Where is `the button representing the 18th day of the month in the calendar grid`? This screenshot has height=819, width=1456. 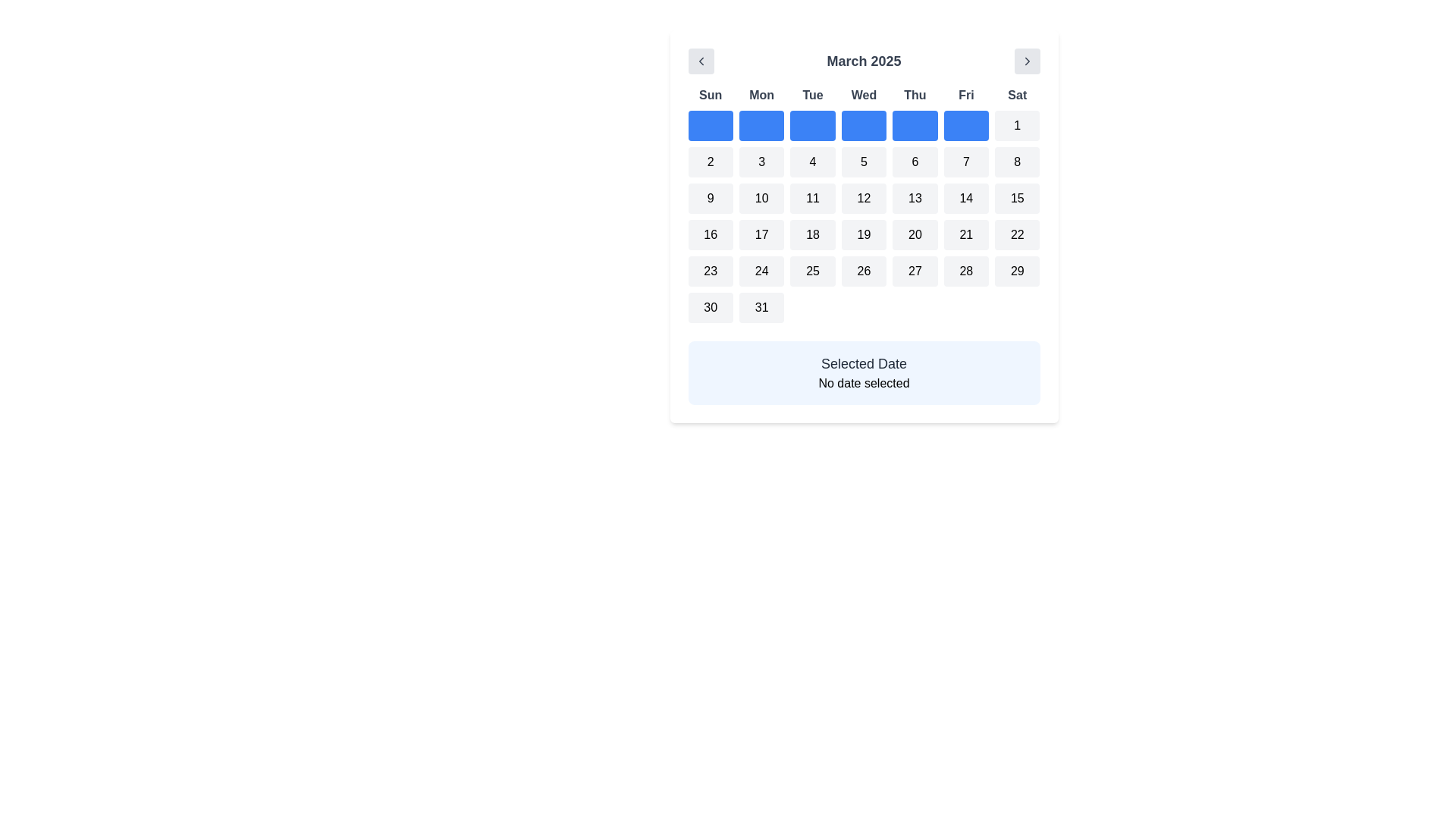
the button representing the 18th day of the month in the calendar grid is located at coordinates (812, 234).